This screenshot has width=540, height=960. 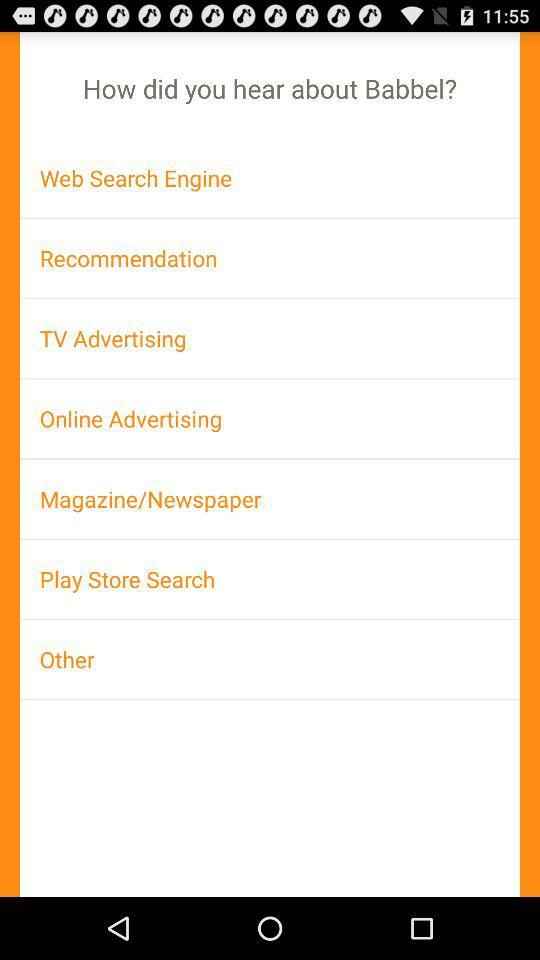 What do you see at coordinates (270, 658) in the screenshot?
I see `icon below the play store search` at bounding box center [270, 658].